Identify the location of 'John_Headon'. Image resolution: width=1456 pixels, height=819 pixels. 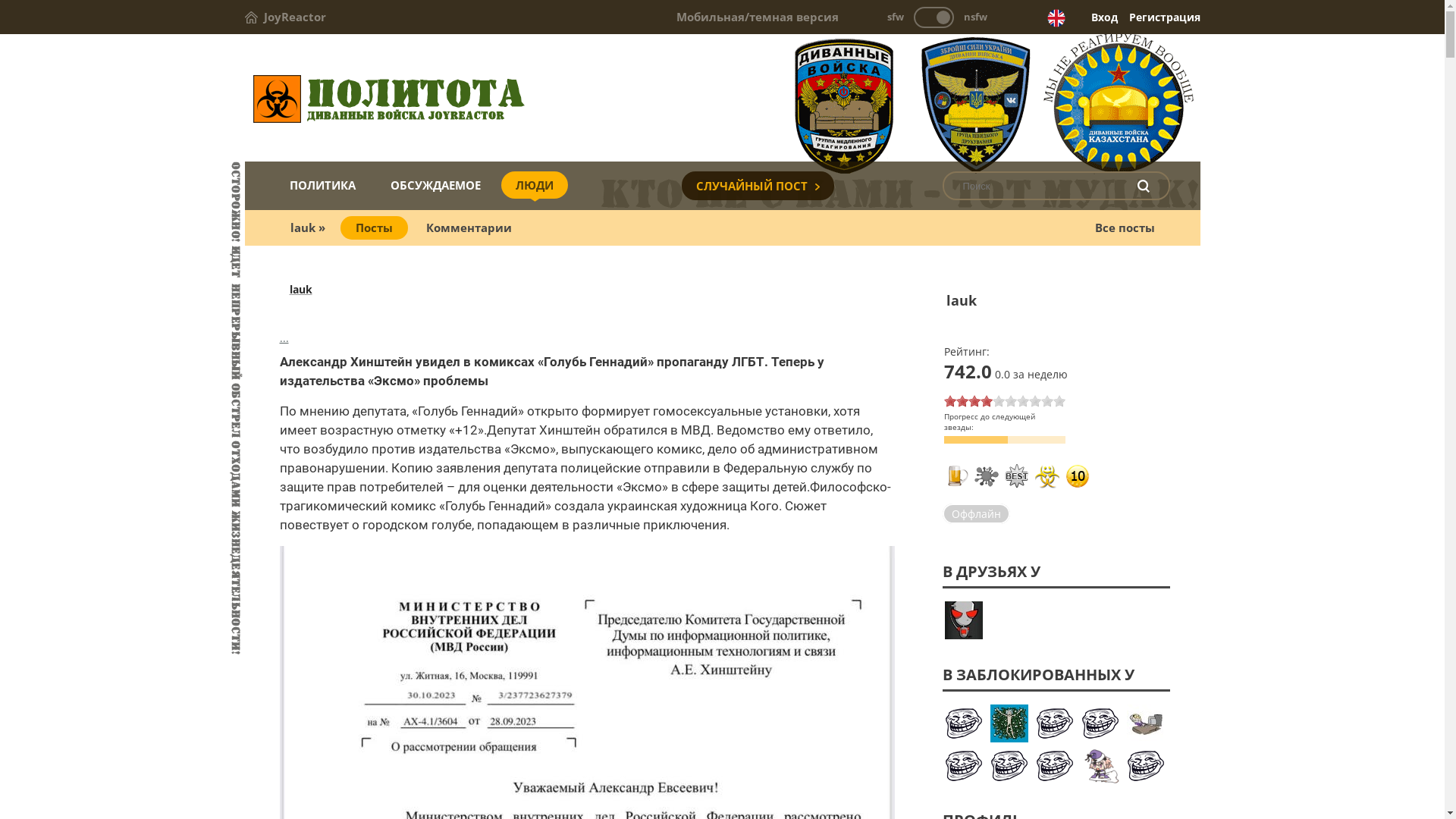
(963, 620).